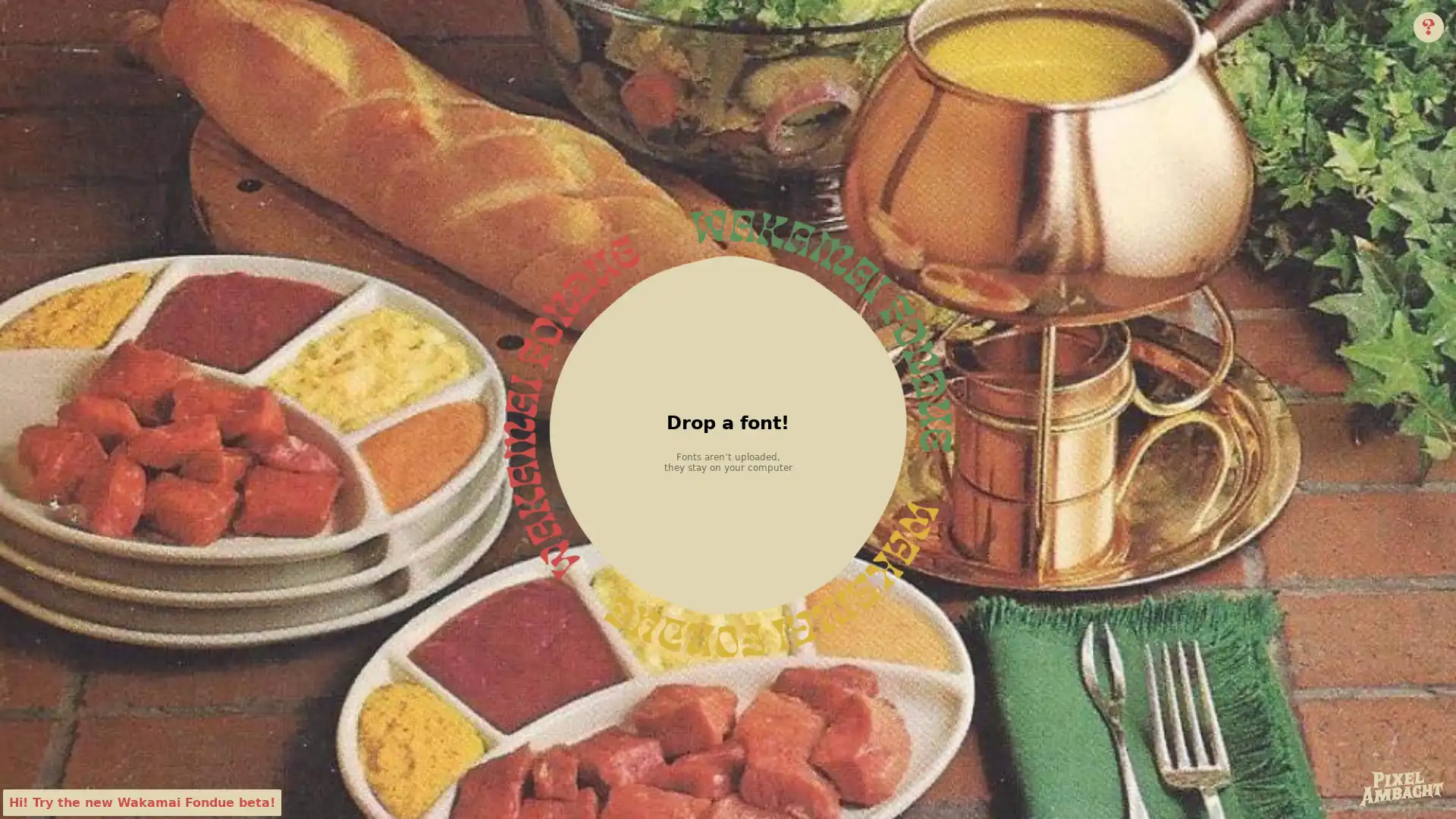 This screenshot has width=1456, height=819. Describe the element at coordinates (1427, 27) in the screenshot. I see `Info` at that location.